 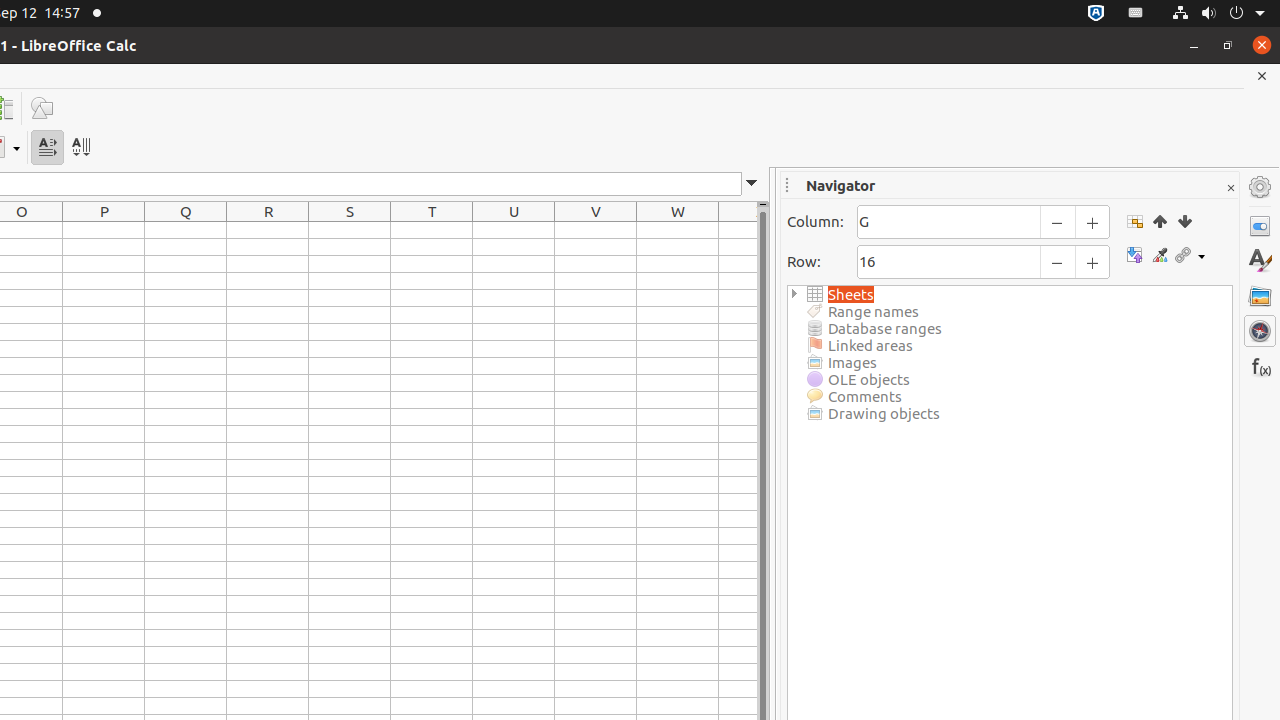 I want to click on 'Toggle', so click(x=1134, y=254).